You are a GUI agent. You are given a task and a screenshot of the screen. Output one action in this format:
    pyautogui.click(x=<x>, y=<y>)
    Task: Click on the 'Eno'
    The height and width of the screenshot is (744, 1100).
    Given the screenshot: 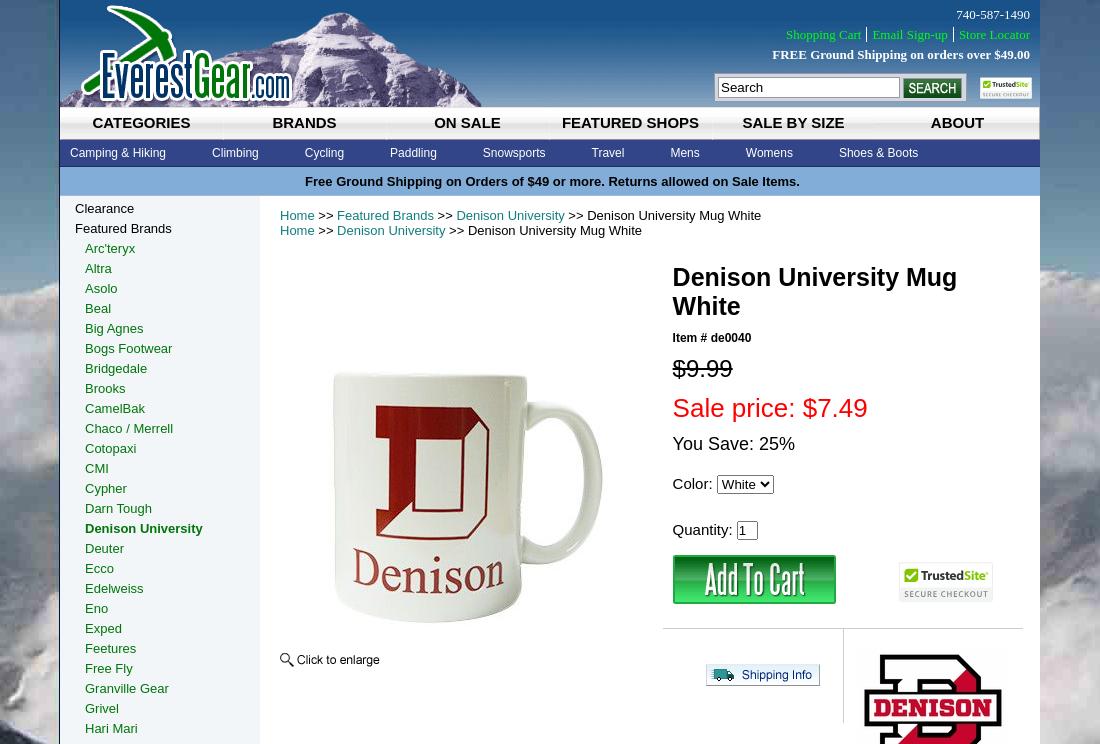 What is the action you would take?
    pyautogui.click(x=85, y=607)
    